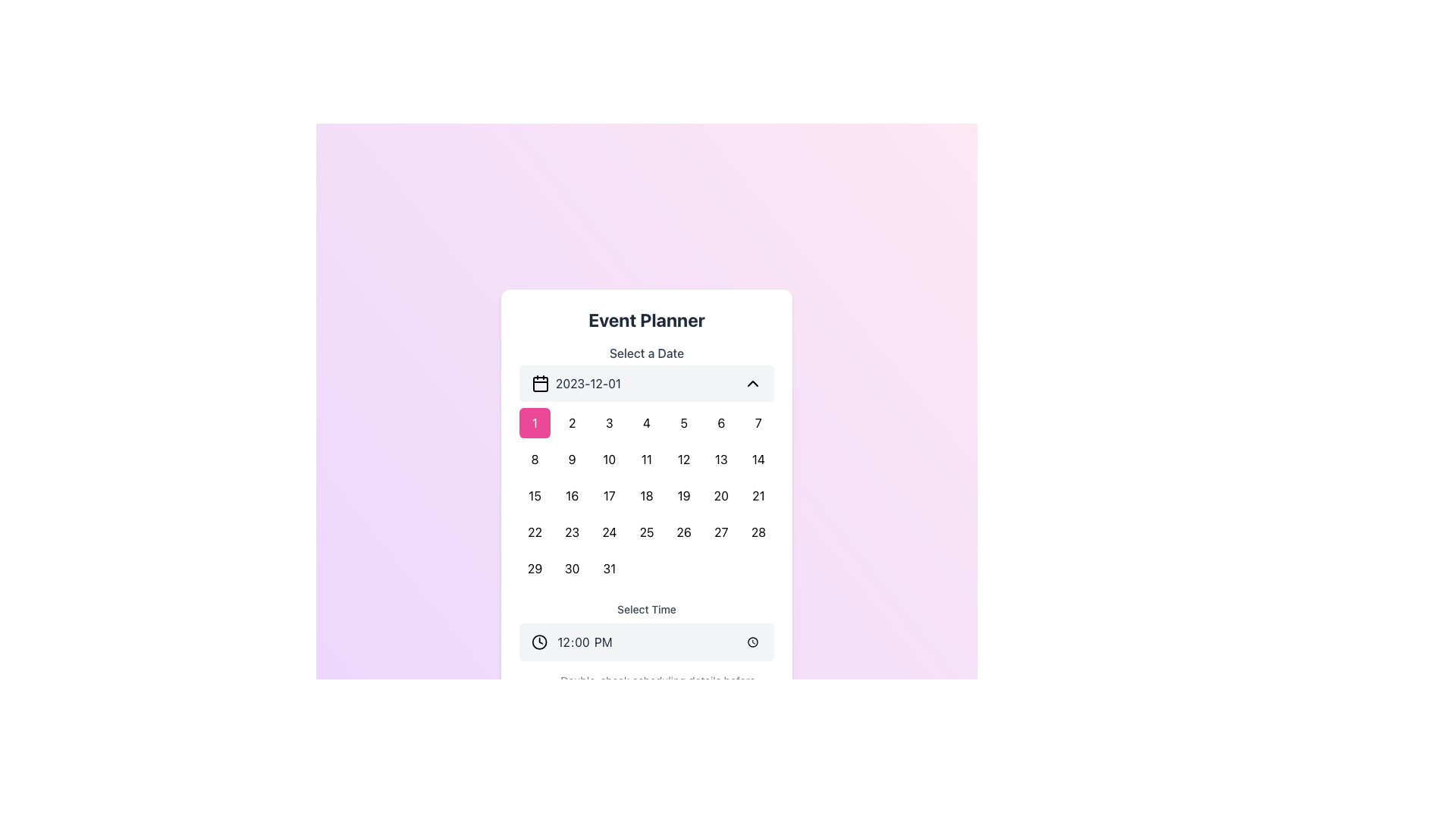 The height and width of the screenshot is (819, 1456). What do you see at coordinates (647, 353) in the screenshot?
I see `the text label indicating the purpose of the following date selection input area, which is located under the main heading 'Event Planner' and centered horizontally near the top of the calendar interface` at bounding box center [647, 353].